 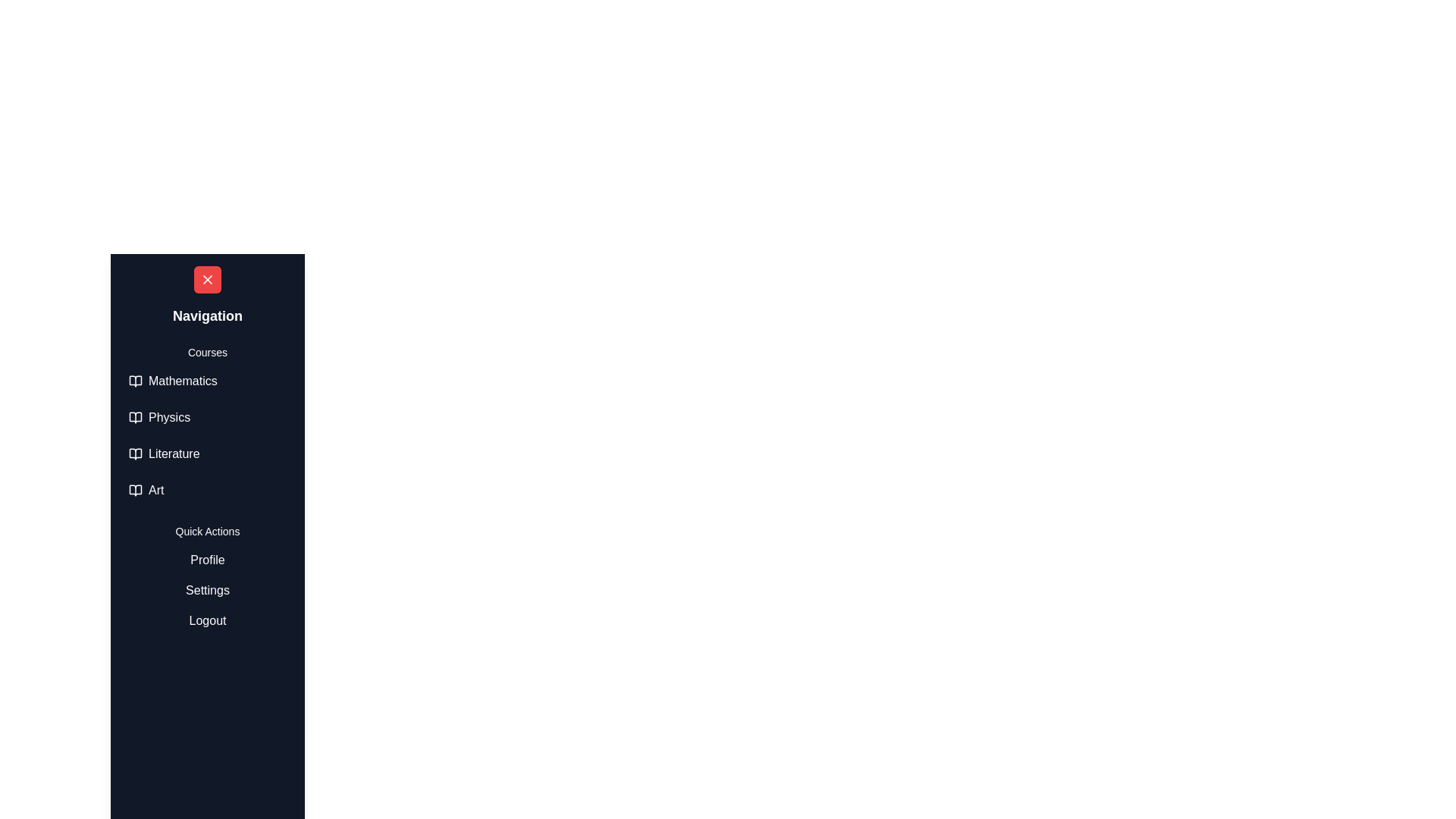 What do you see at coordinates (135, 418) in the screenshot?
I see `the SVG icon representing an open book in the 'Courses' navigation section, which corresponds to the 'Physics' label` at bounding box center [135, 418].